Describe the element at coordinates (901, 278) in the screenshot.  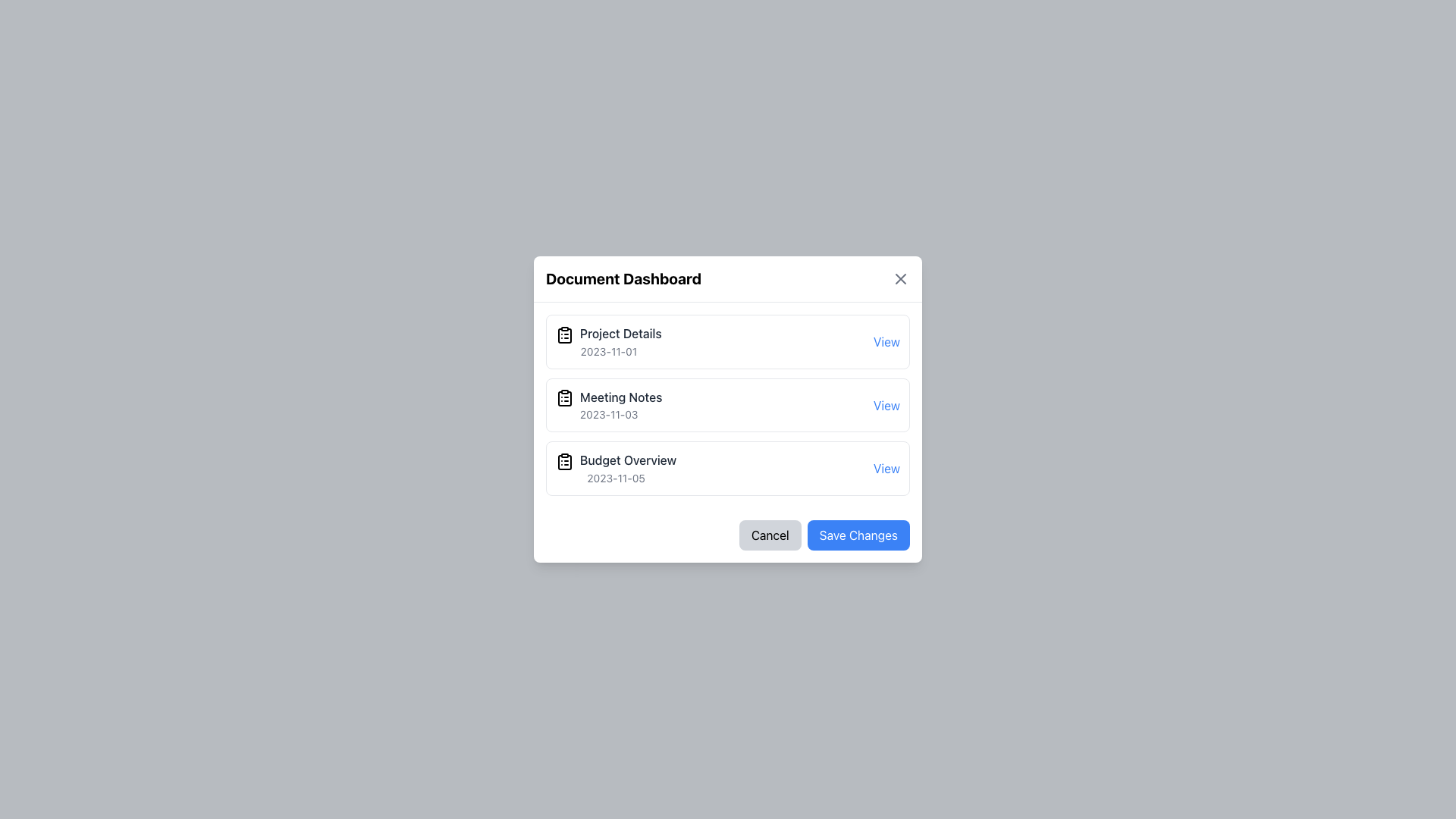
I see `the small diagonal cross icon in the upper-right corner of the 'Document Dashboard' dialog box, which is part of an SVG graphic` at that location.